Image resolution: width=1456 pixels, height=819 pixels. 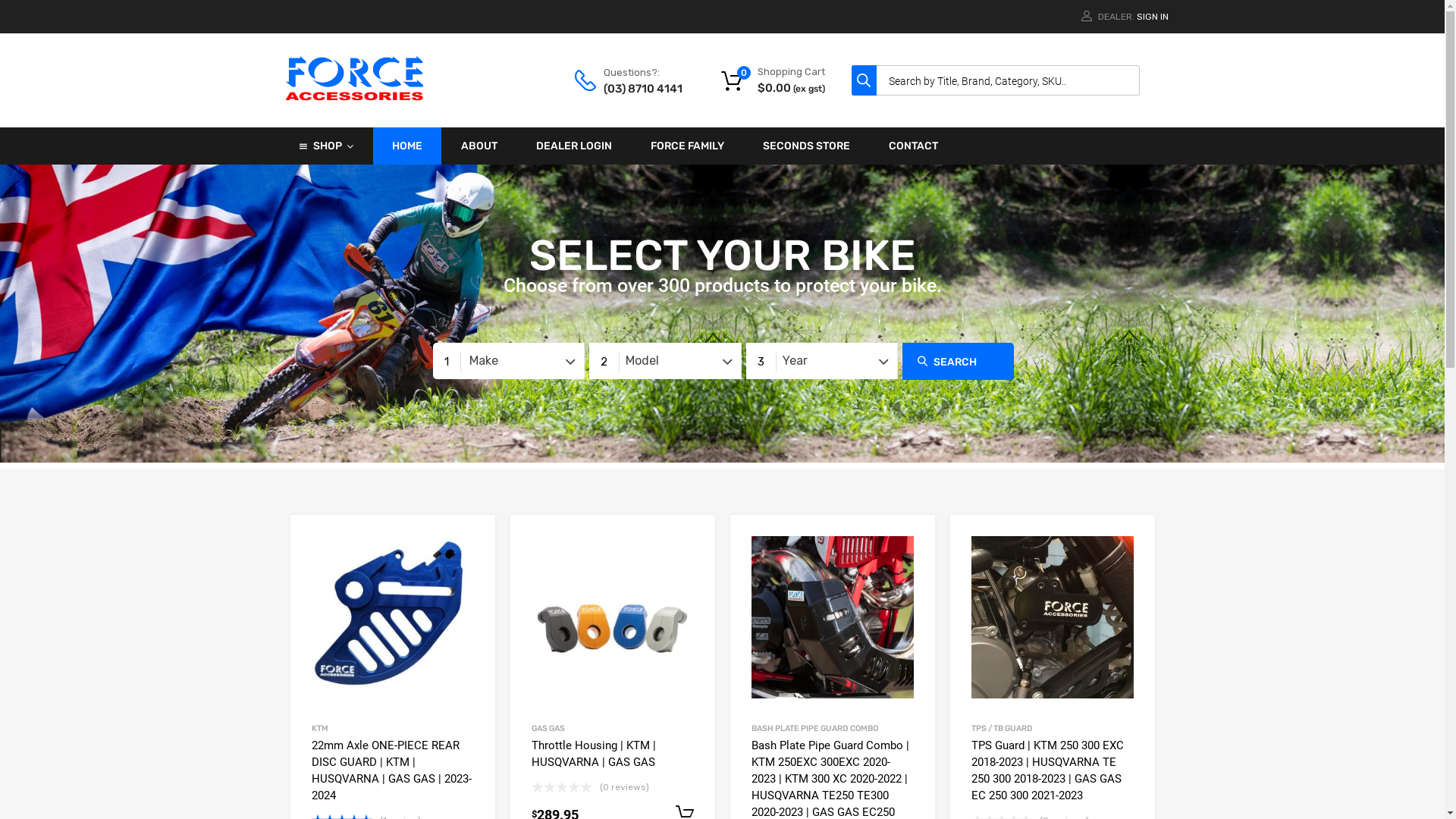 I want to click on 'Make', so click(x=508, y=360).